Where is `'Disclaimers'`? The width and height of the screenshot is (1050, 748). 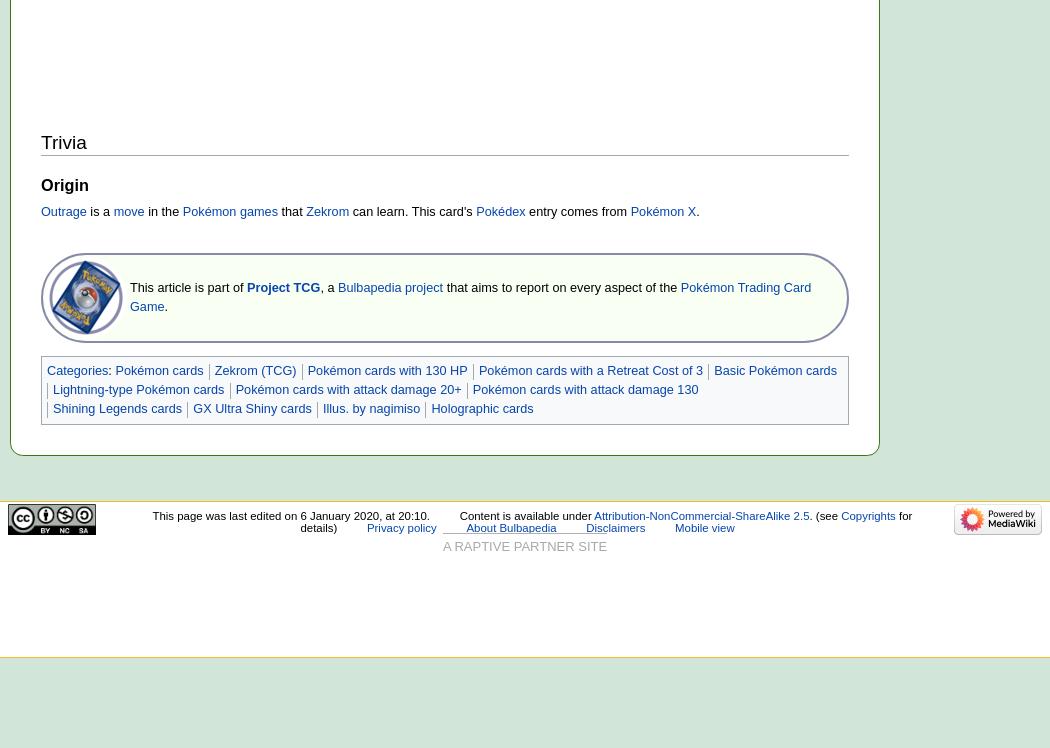
'Disclaimers' is located at coordinates (615, 525).